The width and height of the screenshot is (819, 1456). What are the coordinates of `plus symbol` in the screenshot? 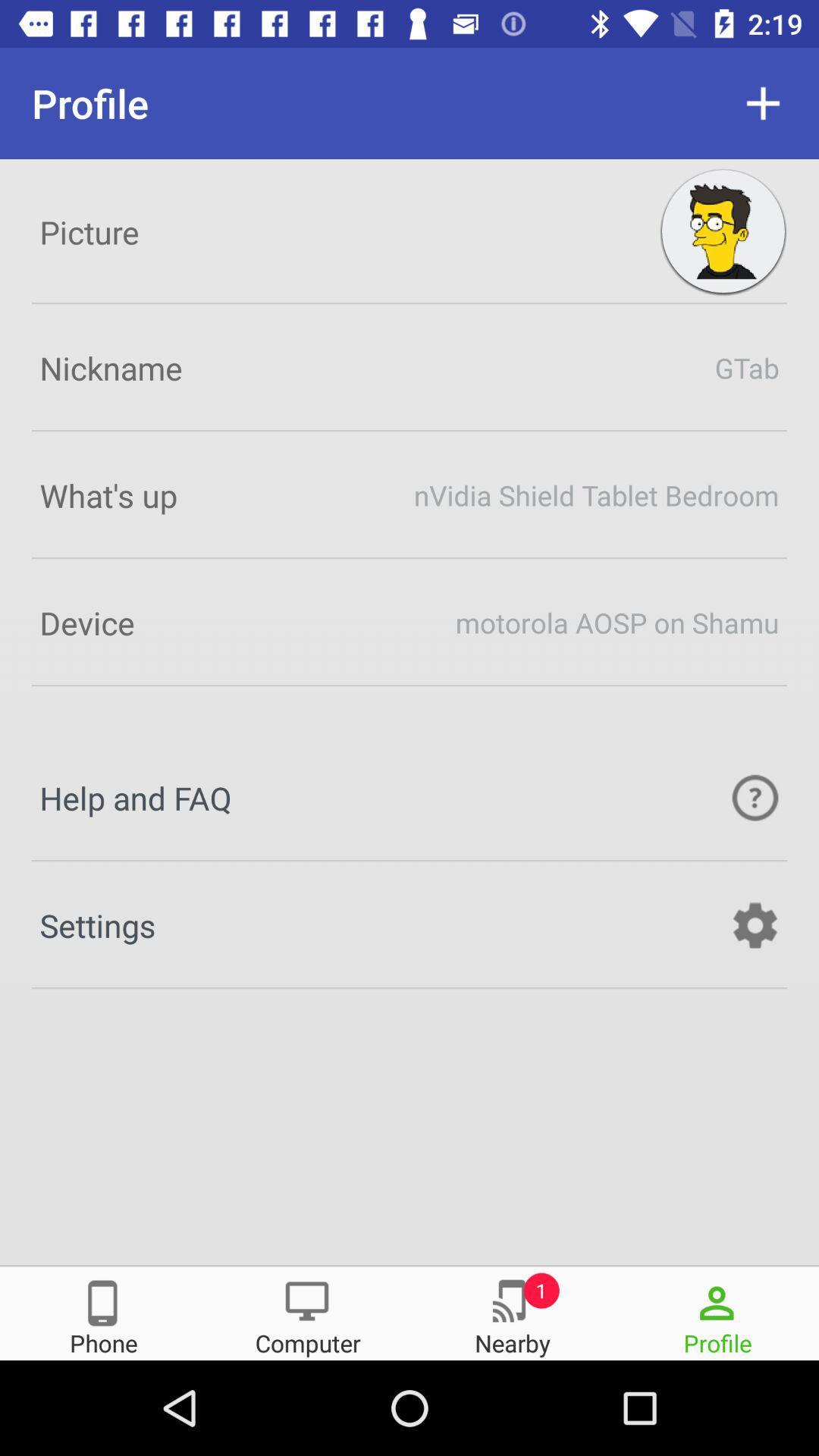 It's located at (763, 102).